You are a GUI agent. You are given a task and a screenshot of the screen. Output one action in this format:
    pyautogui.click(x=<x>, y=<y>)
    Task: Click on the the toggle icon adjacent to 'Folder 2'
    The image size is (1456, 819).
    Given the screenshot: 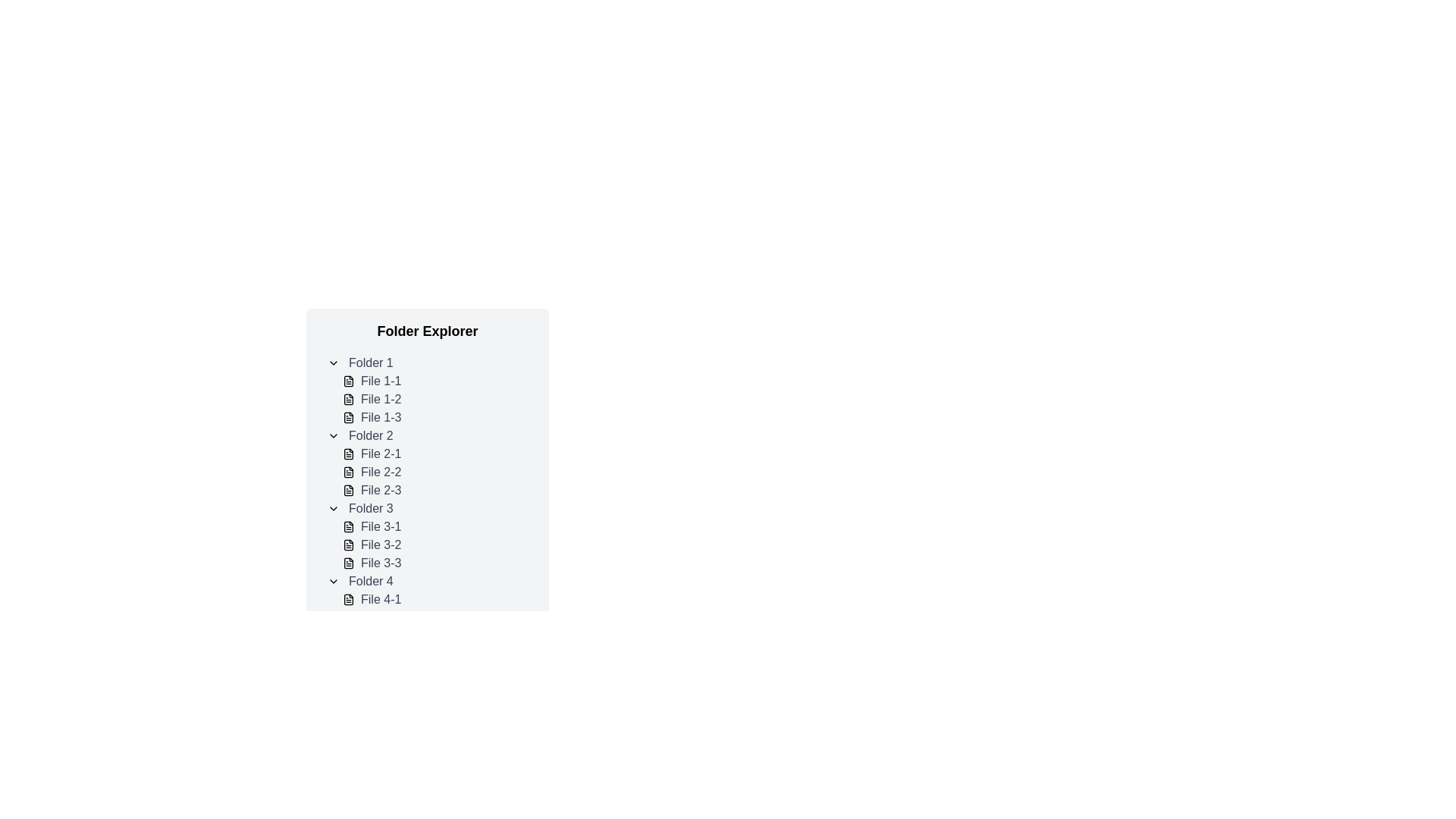 What is the action you would take?
    pyautogui.click(x=333, y=435)
    